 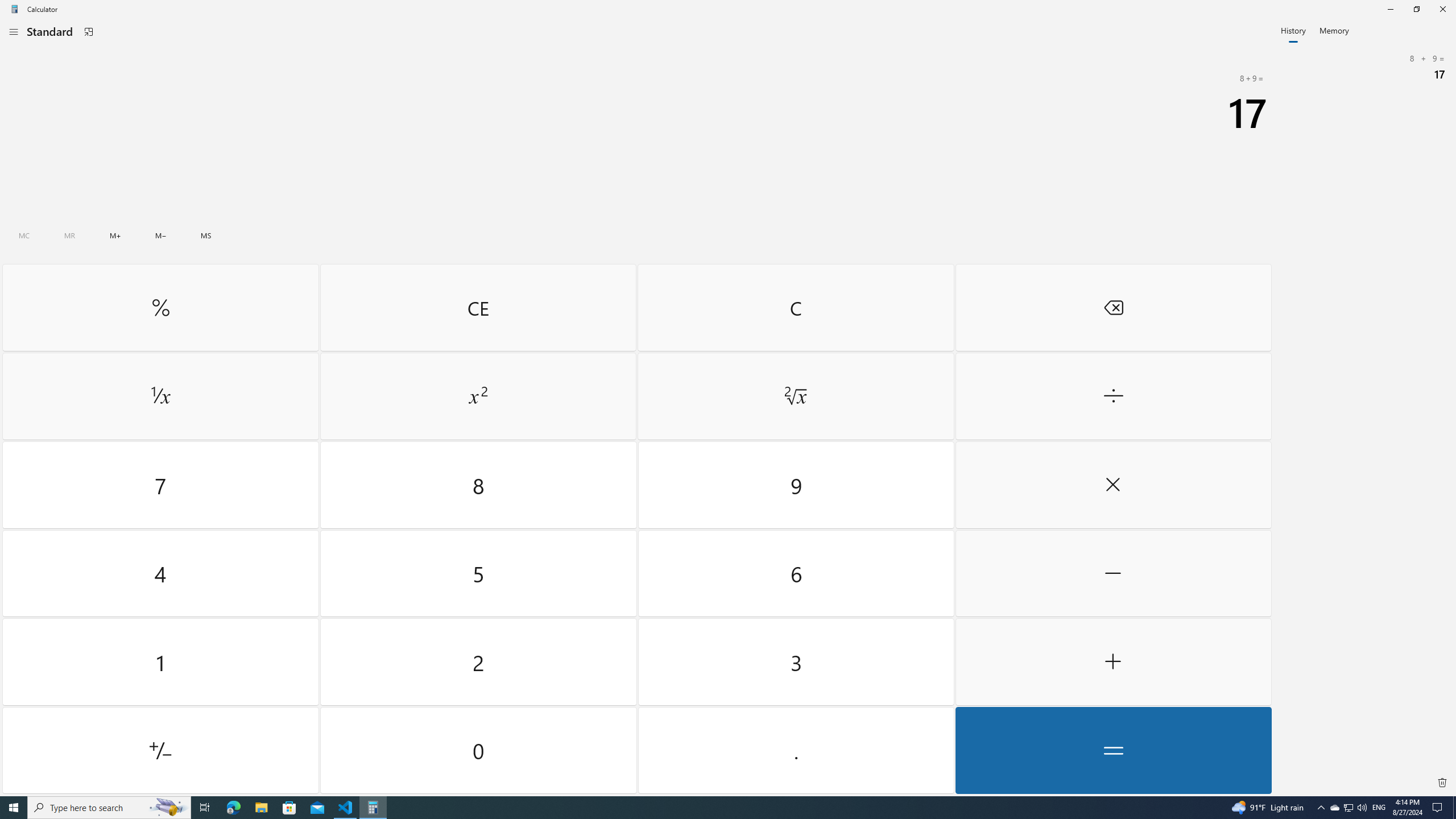 What do you see at coordinates (233, 806) in the screenshot?
I see `'Microsoft Edge'` at bounding box center [233, 806].